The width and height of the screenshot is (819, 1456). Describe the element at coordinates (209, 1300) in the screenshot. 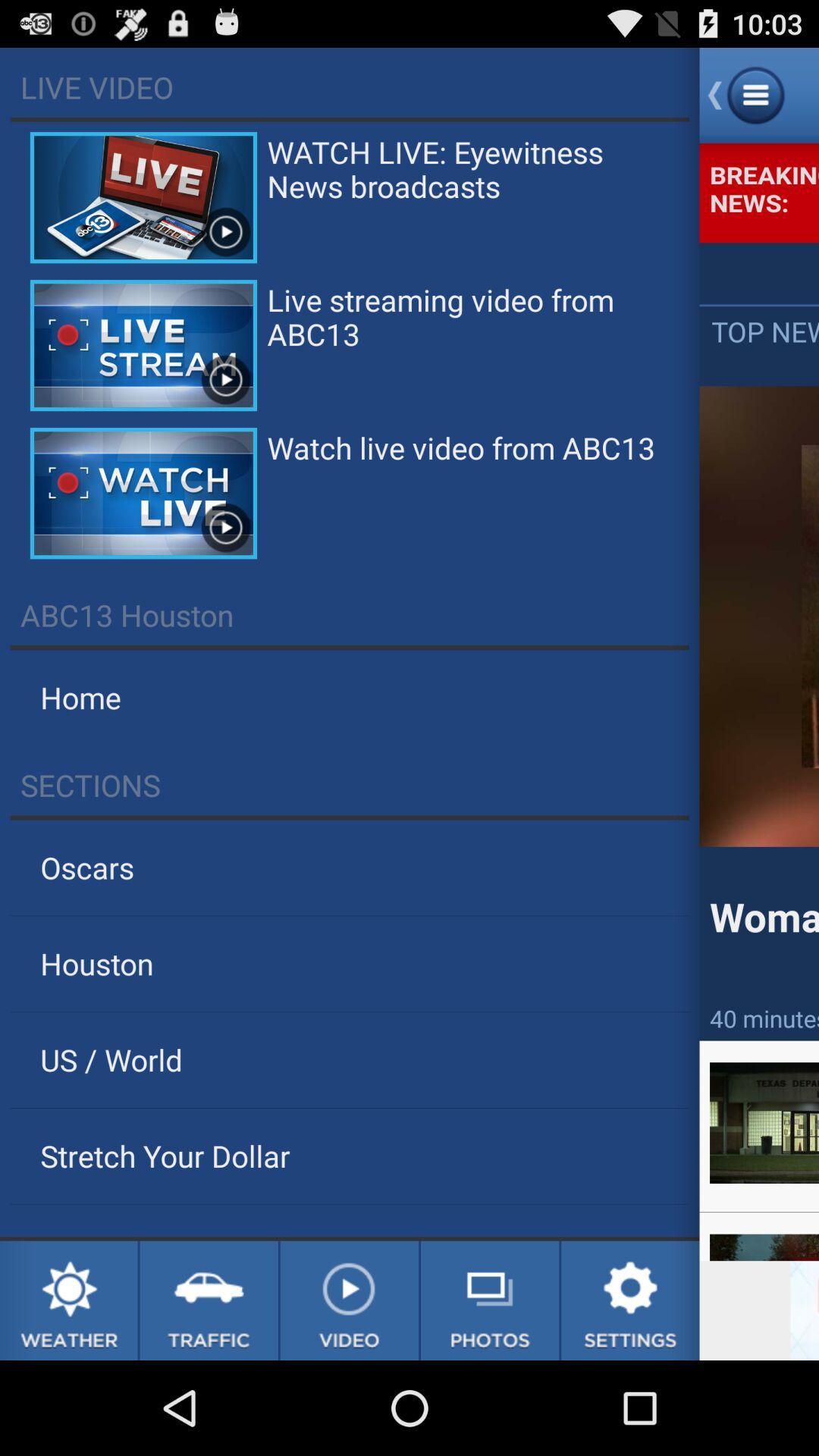

I see `traffic` at that location.